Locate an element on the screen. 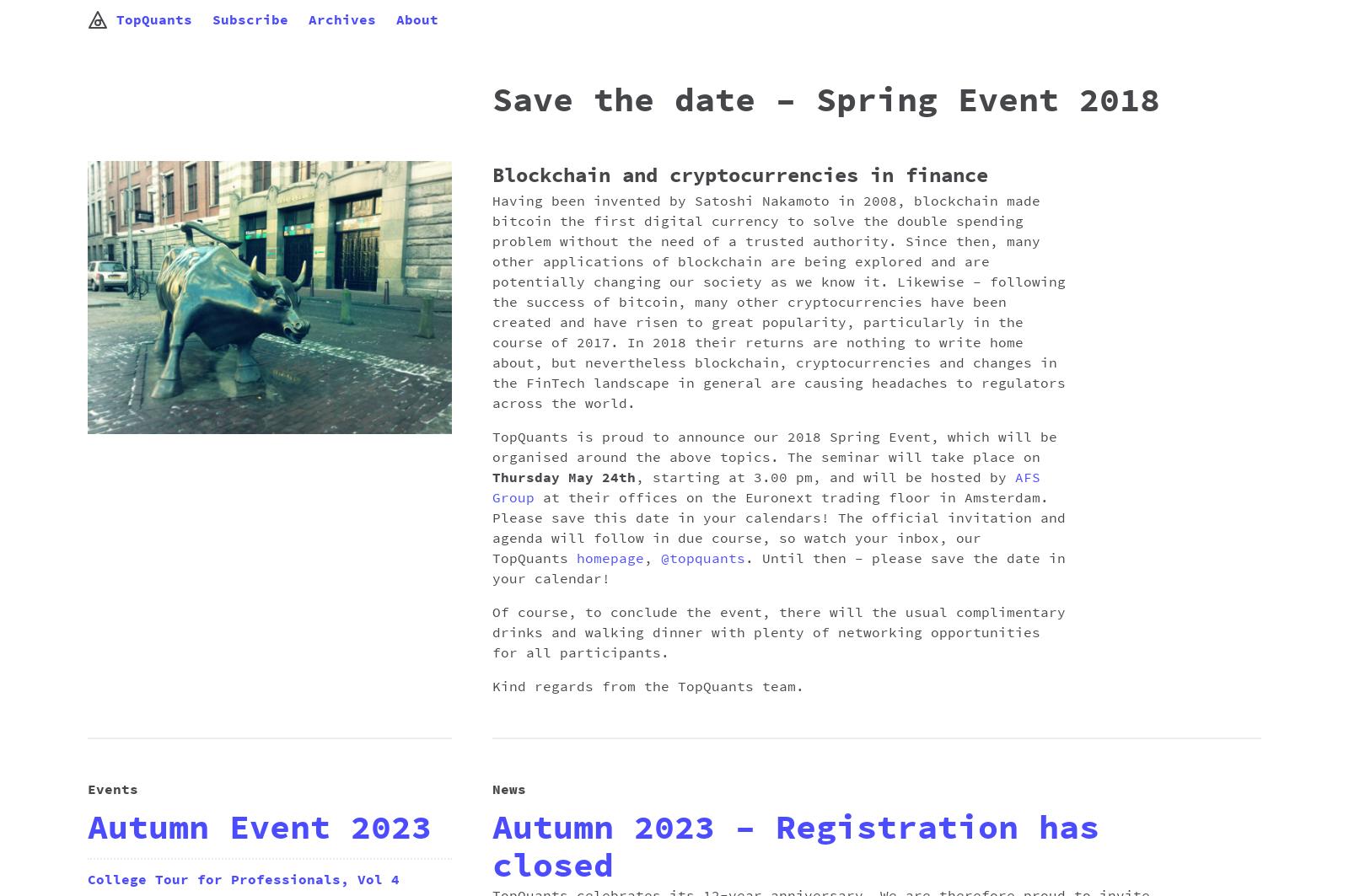 The height and width of the screenshot is (896, 1349). 'Save the date – Spring Event 2018' is located at coordinates (825, 101).